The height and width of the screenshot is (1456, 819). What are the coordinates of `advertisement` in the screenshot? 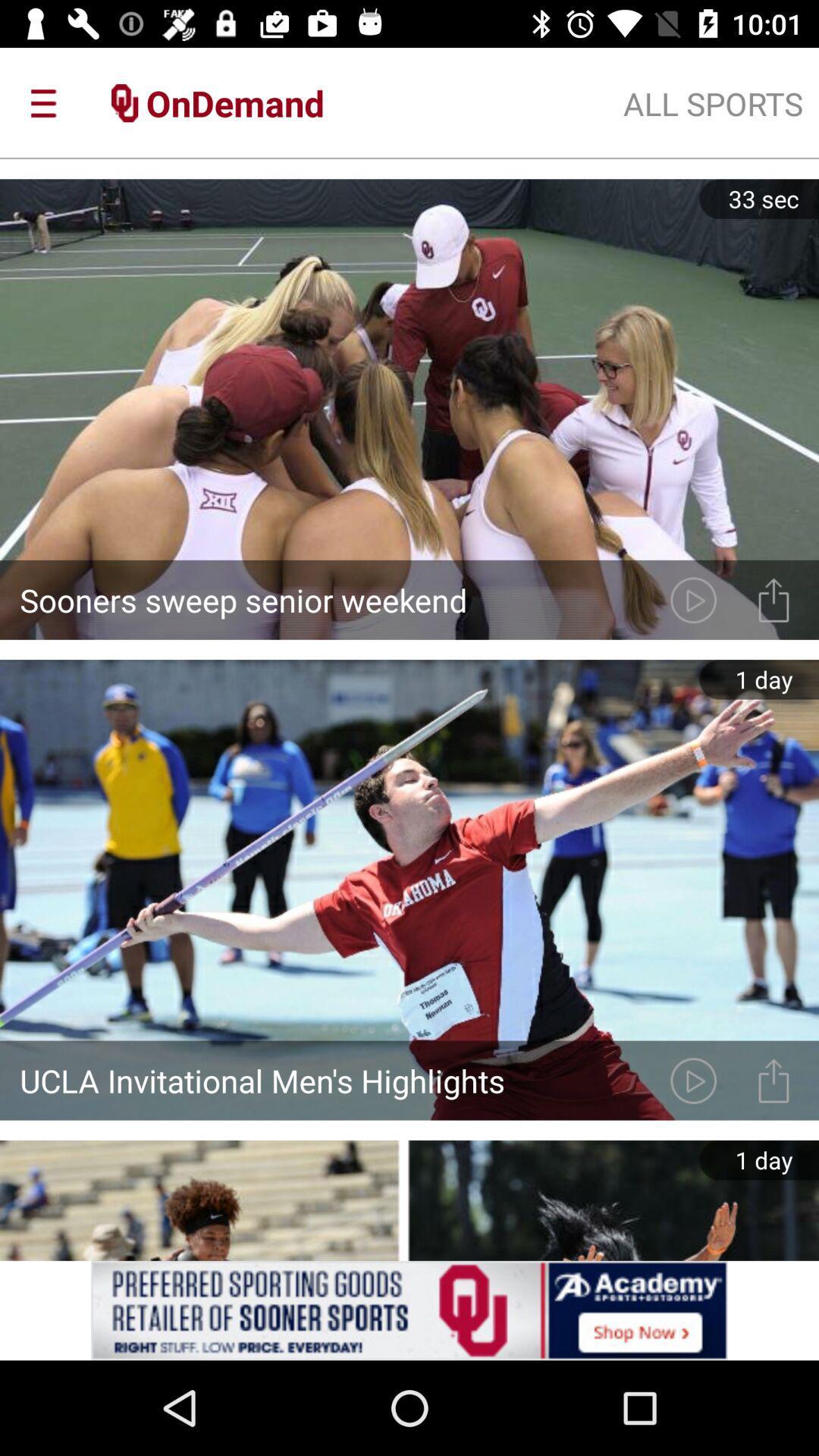 It's located at (409, 1310).